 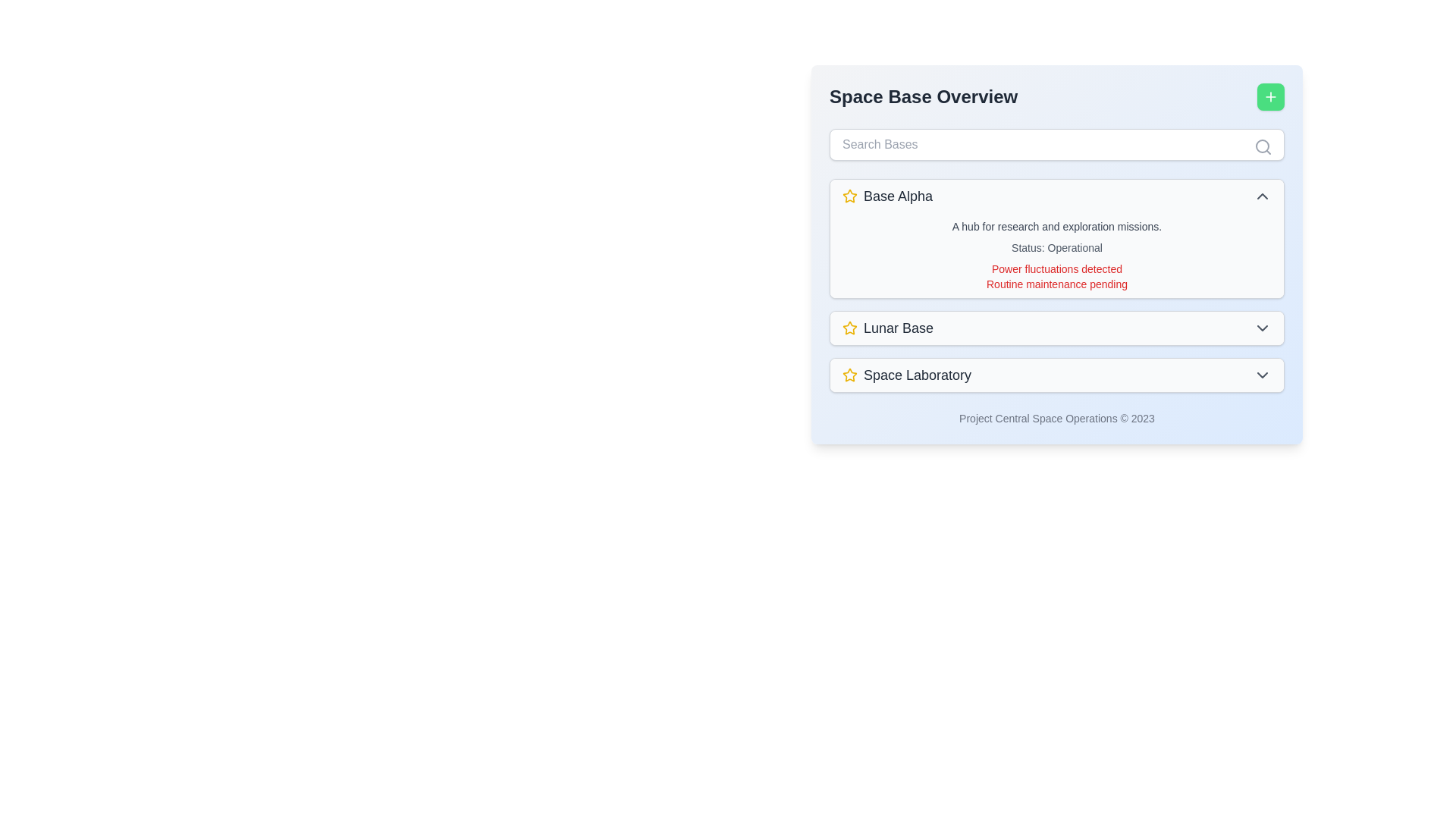 I want to click on the 'Add' button located in the top-right corner of the 'Space Base Overview' card, which is styled as a circular button with a green background, so click(x=1270, y=96).